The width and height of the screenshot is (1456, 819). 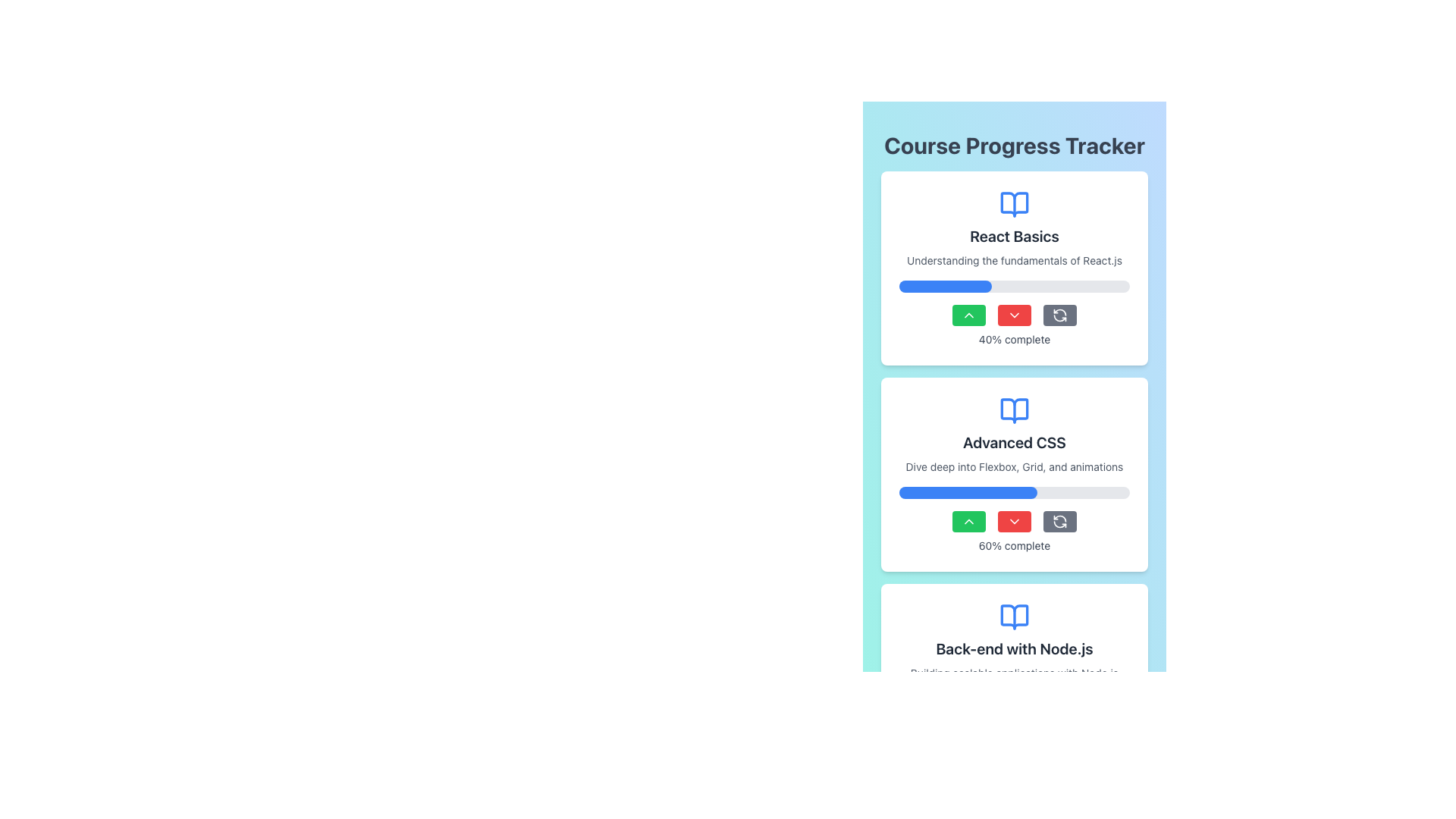 What do you see at coordinates (1015, 411) in the screenshot?
I see `the blue outlined open book icon located in the 'Advanced CSS' section of the course list, positioned at the top of the section card` at bounding box center [1015, 411].